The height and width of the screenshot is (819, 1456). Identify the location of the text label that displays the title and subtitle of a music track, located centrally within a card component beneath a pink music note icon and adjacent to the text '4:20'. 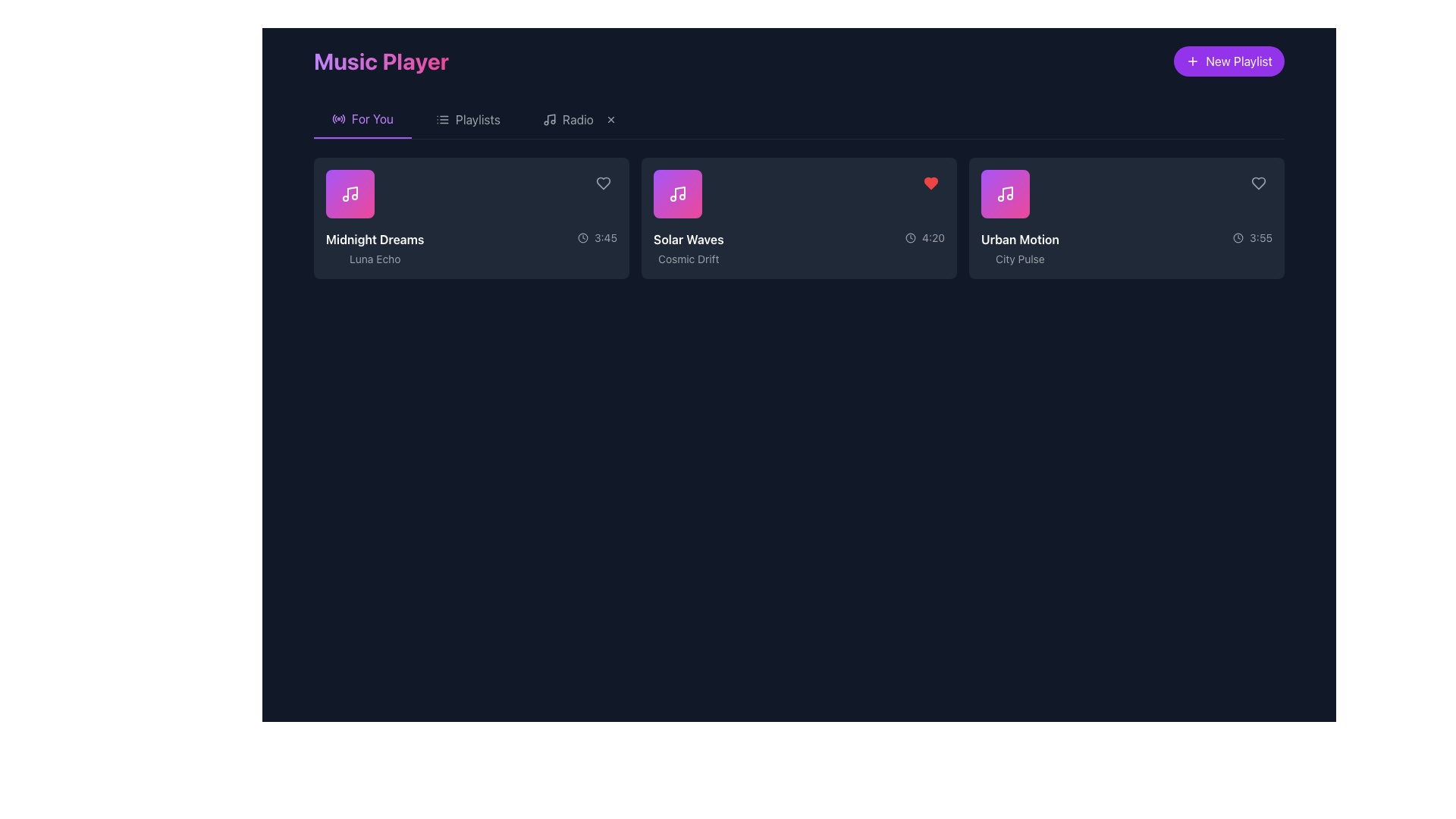
(688, 247).